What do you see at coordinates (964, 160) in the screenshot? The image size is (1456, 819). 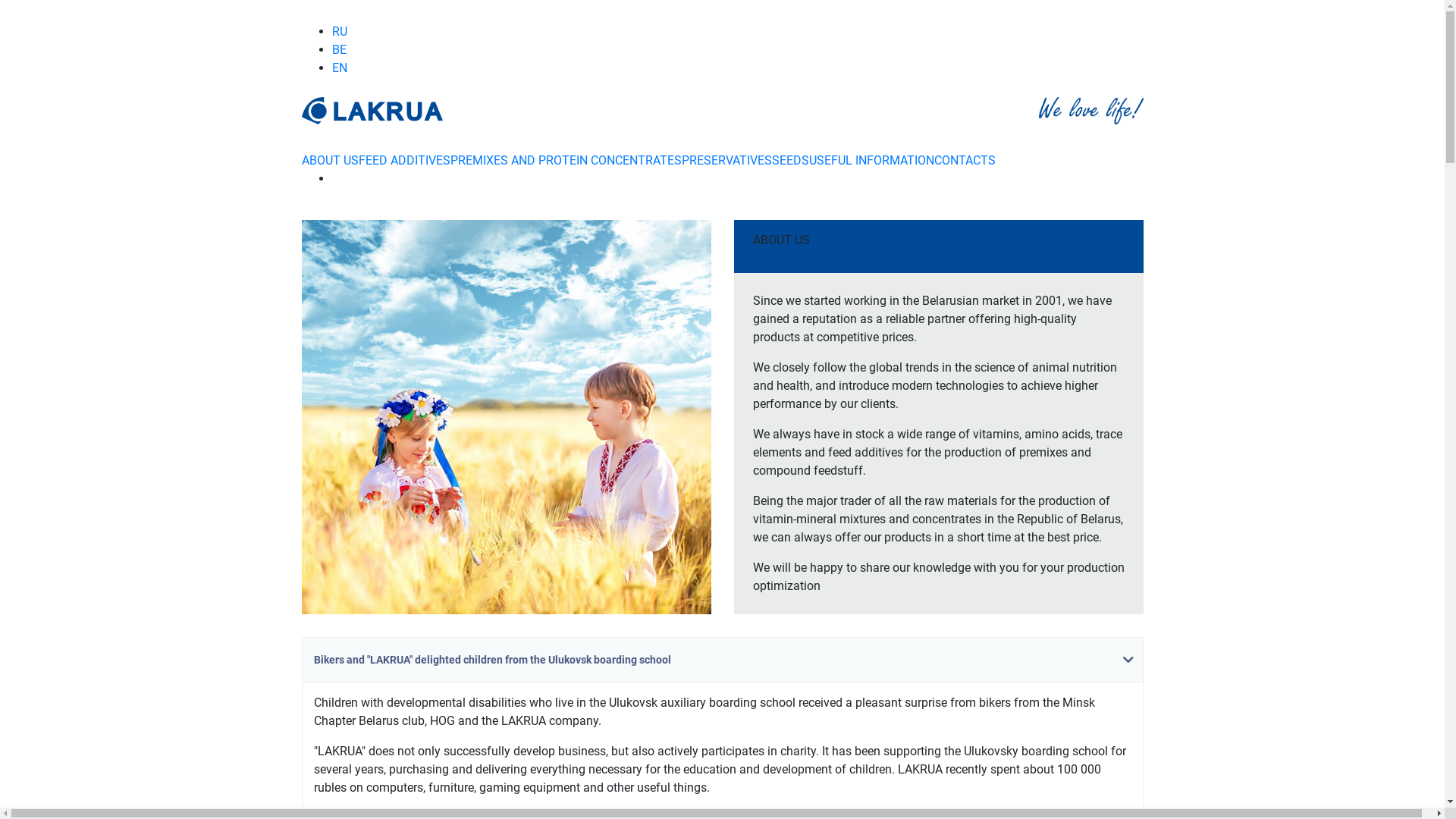 I see `'CONTACTS'` at bounding box center [964, 160].